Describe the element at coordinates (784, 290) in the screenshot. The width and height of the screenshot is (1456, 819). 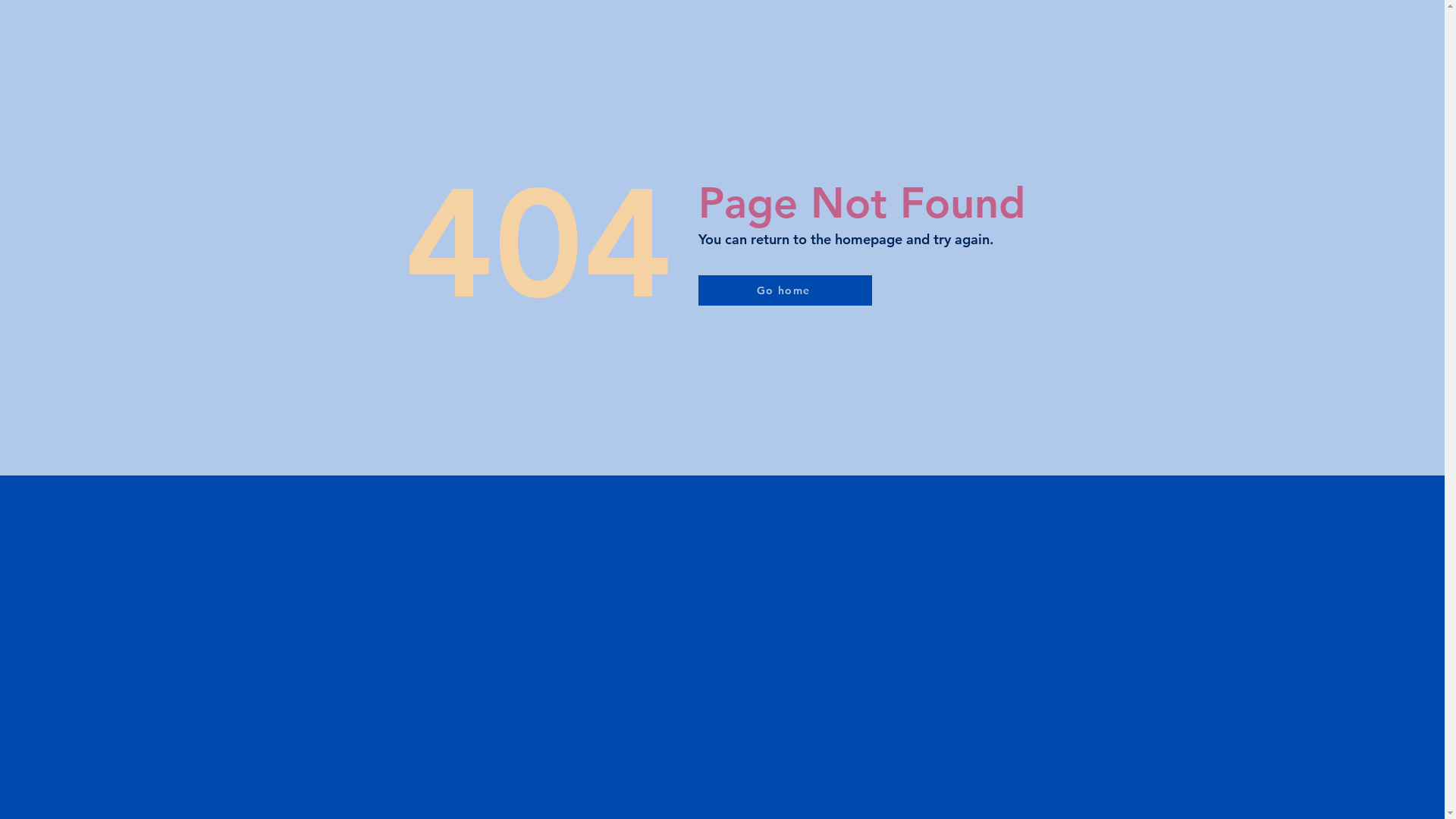
I see `'Go home'` at that location.